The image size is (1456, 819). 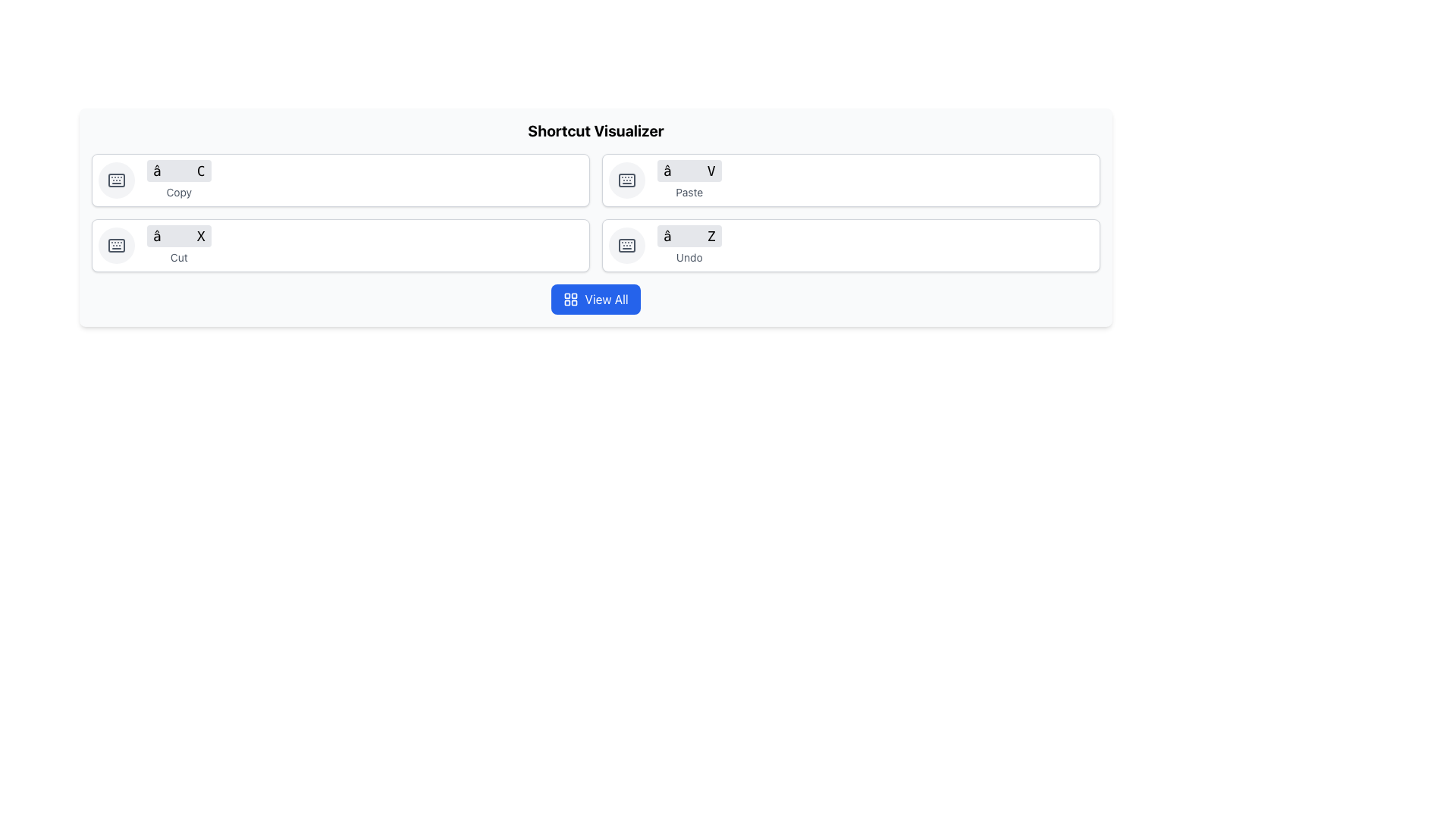 What do you see at coordinates (626, 245) in the screenshot?
I see `the Icon button representing the '⌘ Z Undo' keyboard shortcut located in the Shortcut Visualizer section` at bounding box center [626, 245].